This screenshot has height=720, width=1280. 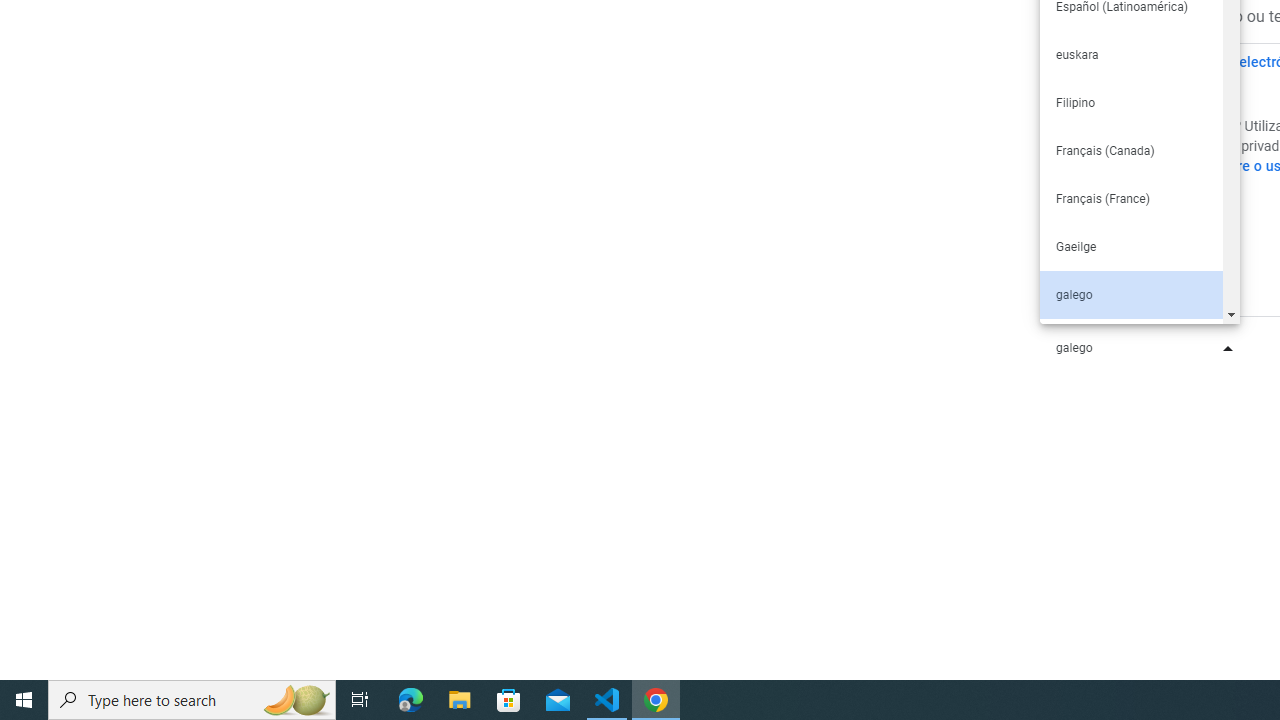 What do you see at coordinates (1130, 54) in the screenshot?
I see `'euskara'` at bounding box center [1130, 54].